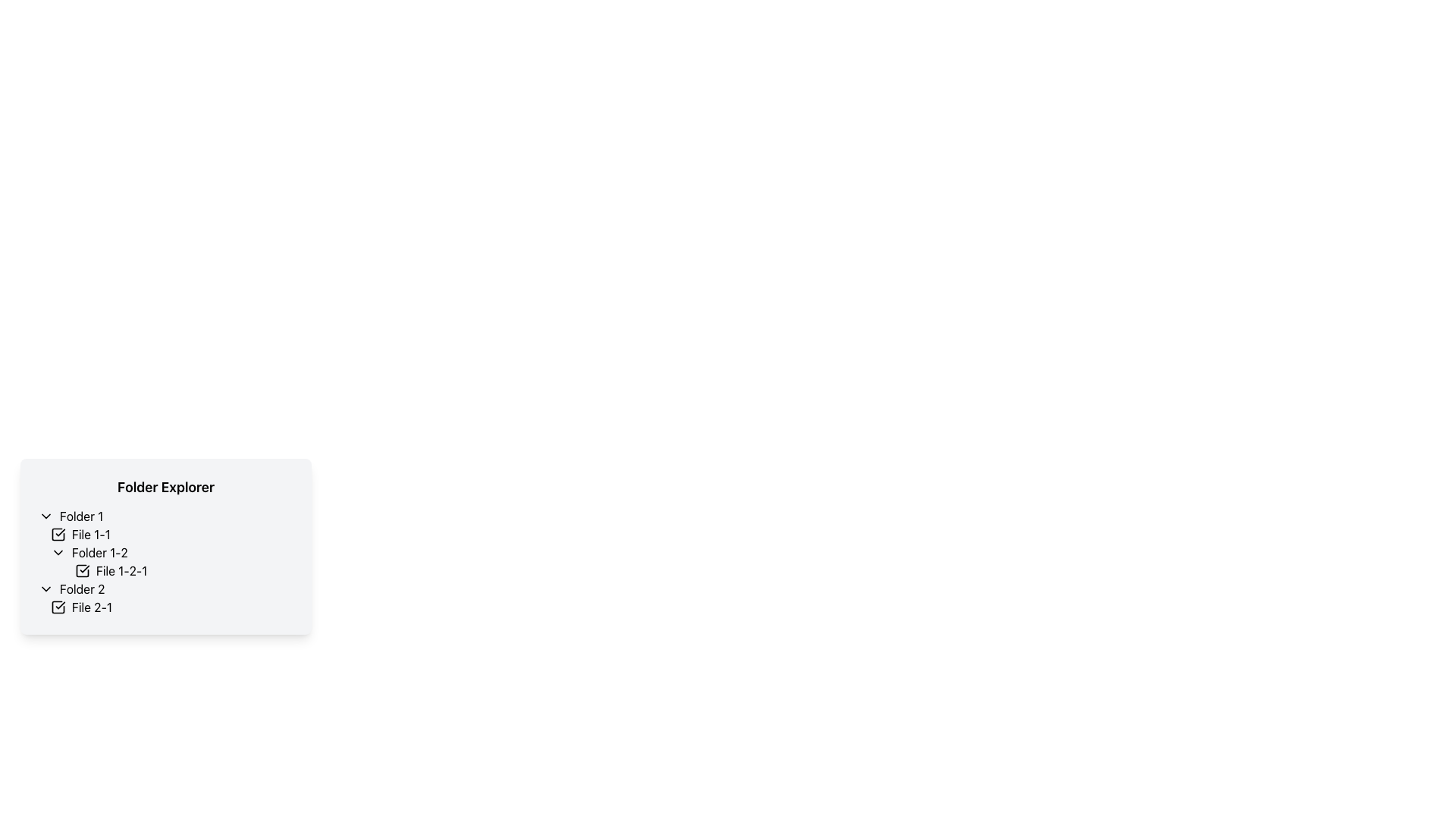 The image size is (1456, 819). What do you see at coordinates (46, 588) in the screenshot?
I see `the icon-based button` at bounding box center [46, 588].